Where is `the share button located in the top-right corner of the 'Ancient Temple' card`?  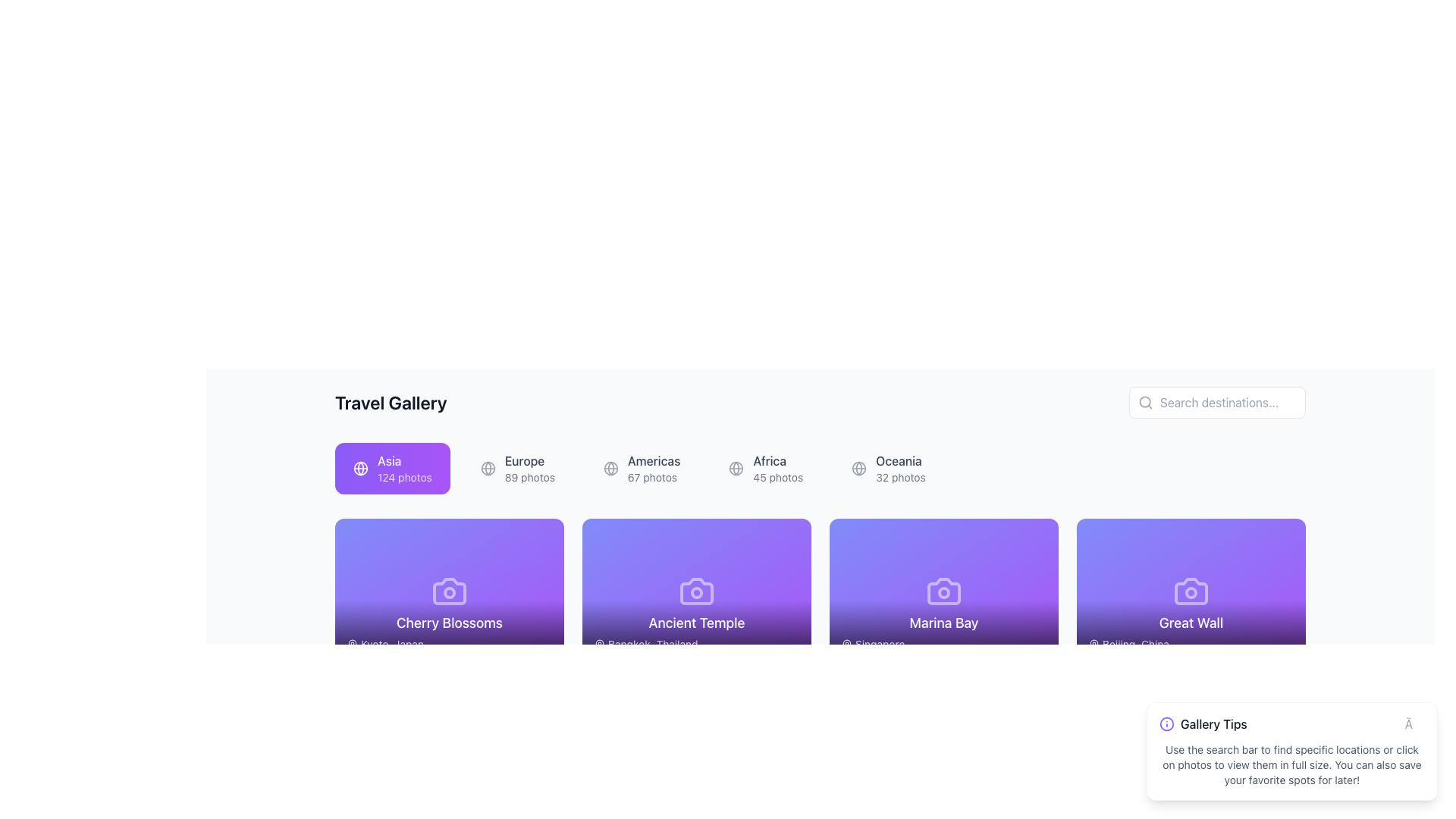 the share button located in the top-right corner of the 'Ancient Temple' card is located at coordinates (754, 543).